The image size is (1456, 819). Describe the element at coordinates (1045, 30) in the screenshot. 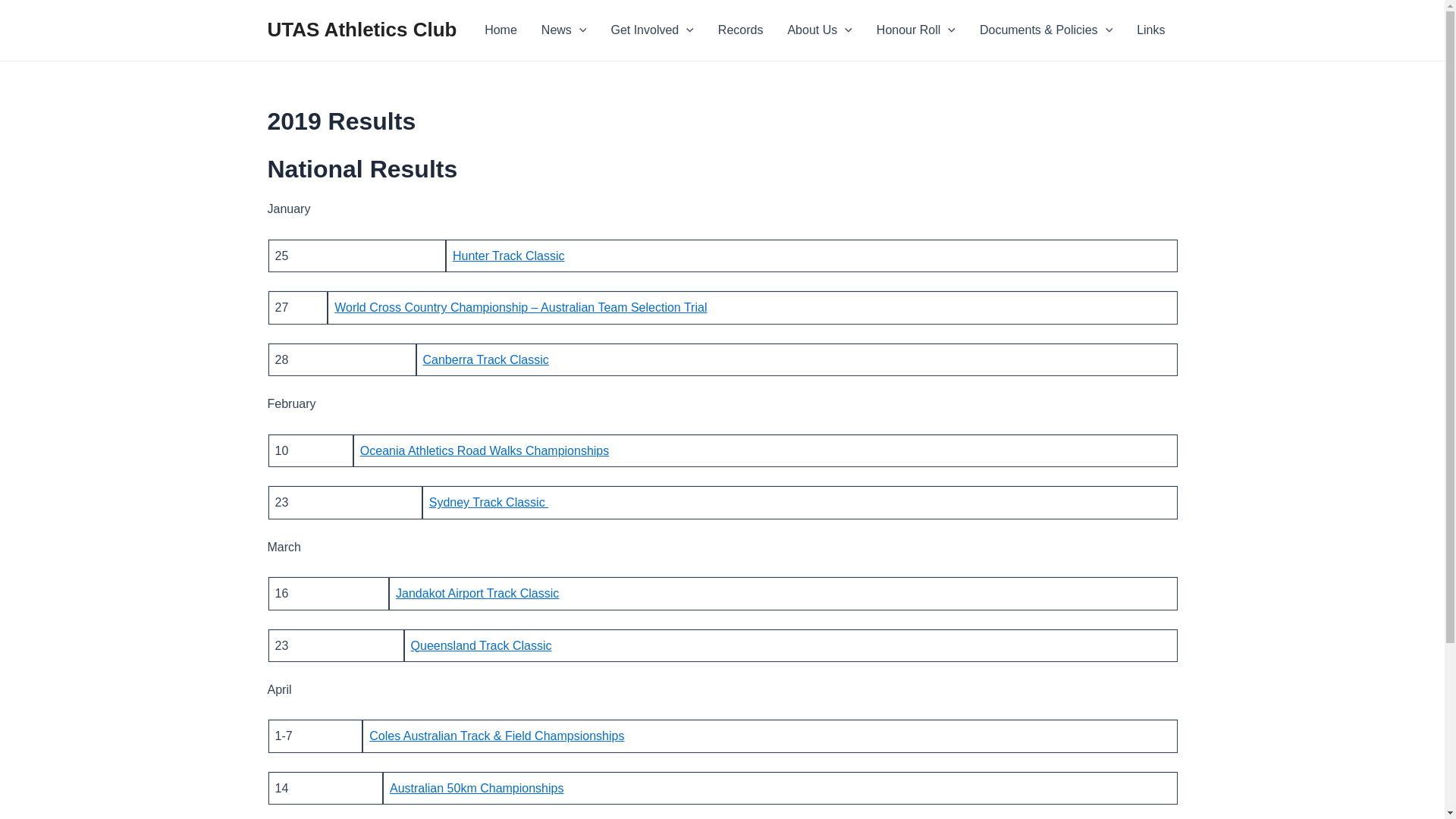

I see `'Documents & Policies'` at that location.